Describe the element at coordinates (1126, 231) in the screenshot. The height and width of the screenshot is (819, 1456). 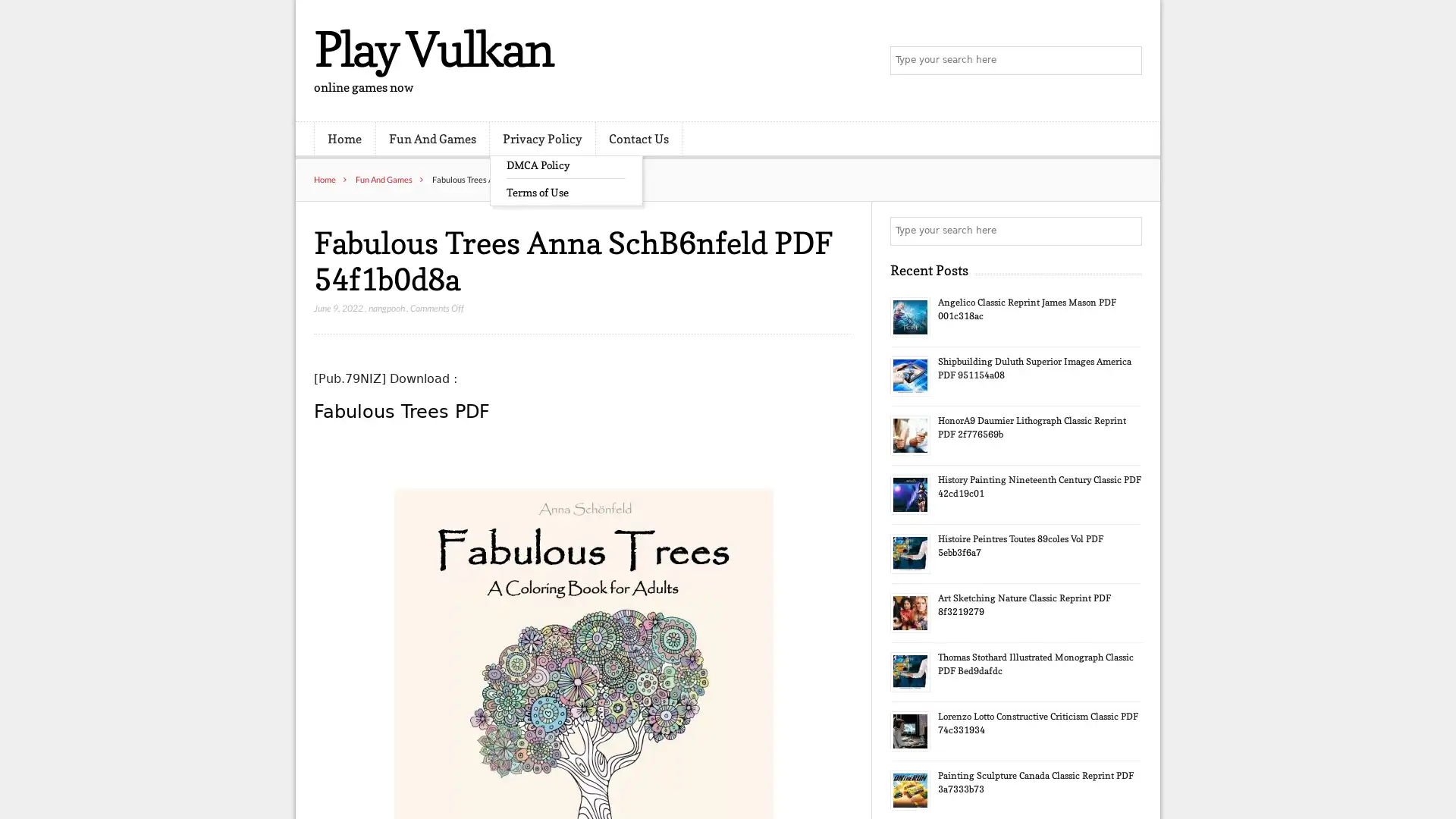
I see `Search` at that location.